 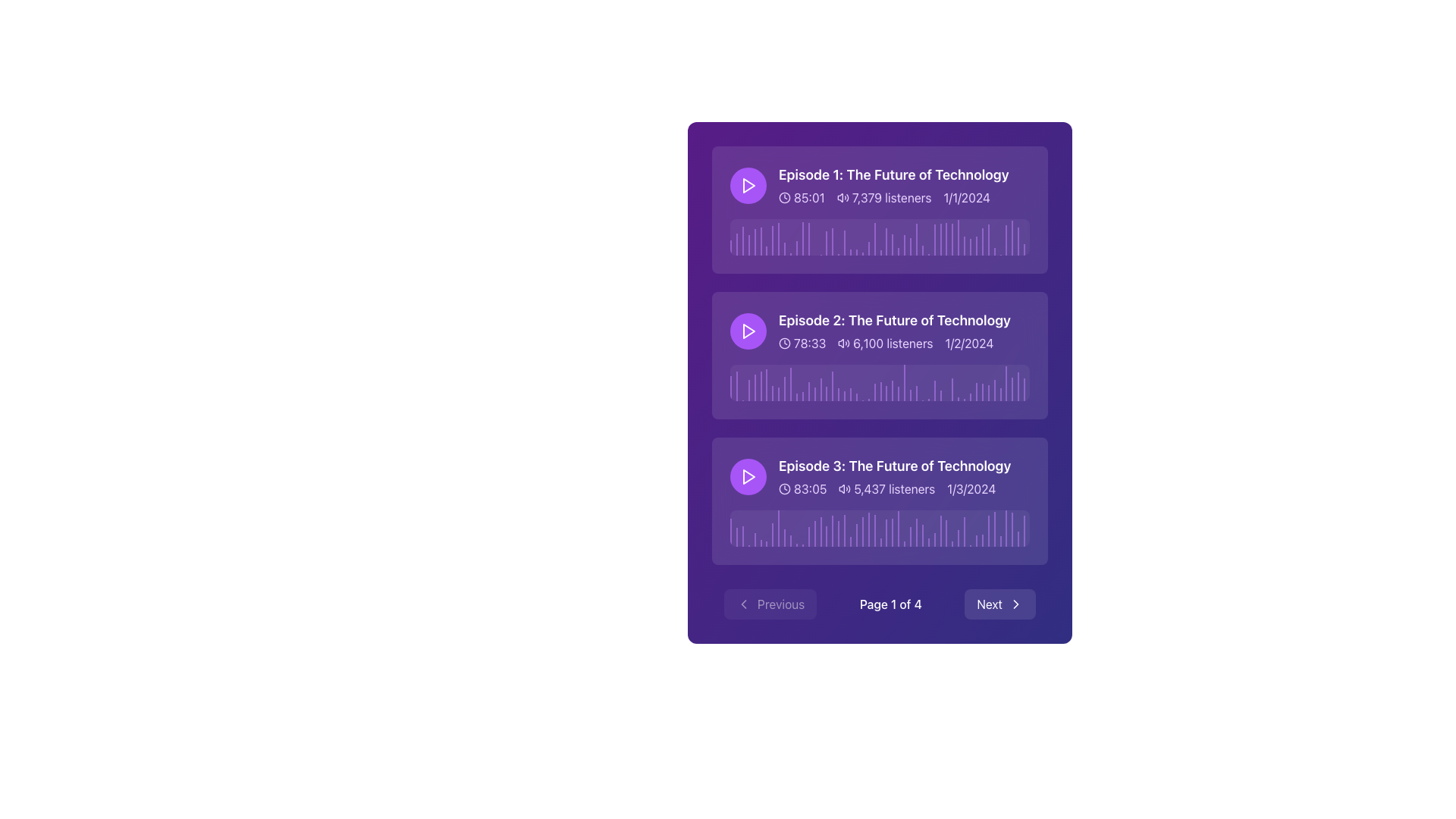 What do you see at coordinates (814, 394) in the screenshot?
I see `details of the progress marker, a thin vertical bar with a purple tint located within the second waveform representation, occupying the 15th position among similar vertical bars` at bounding box center [814, 394].